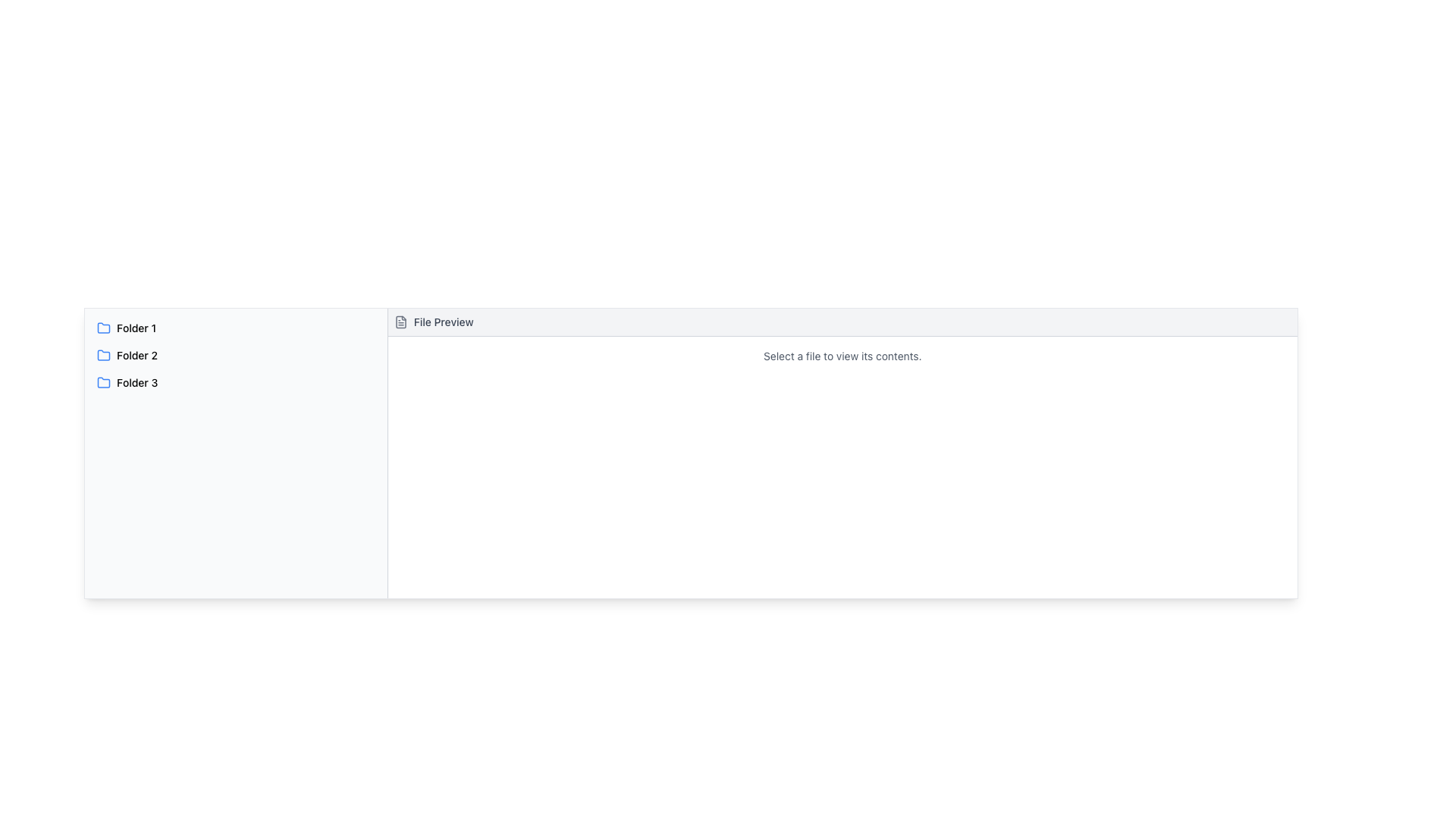  What do you see at coordinates (137, 382) in the screenshot?
I see `the text label 'Folder 3'` at bounding box center [137, 382].